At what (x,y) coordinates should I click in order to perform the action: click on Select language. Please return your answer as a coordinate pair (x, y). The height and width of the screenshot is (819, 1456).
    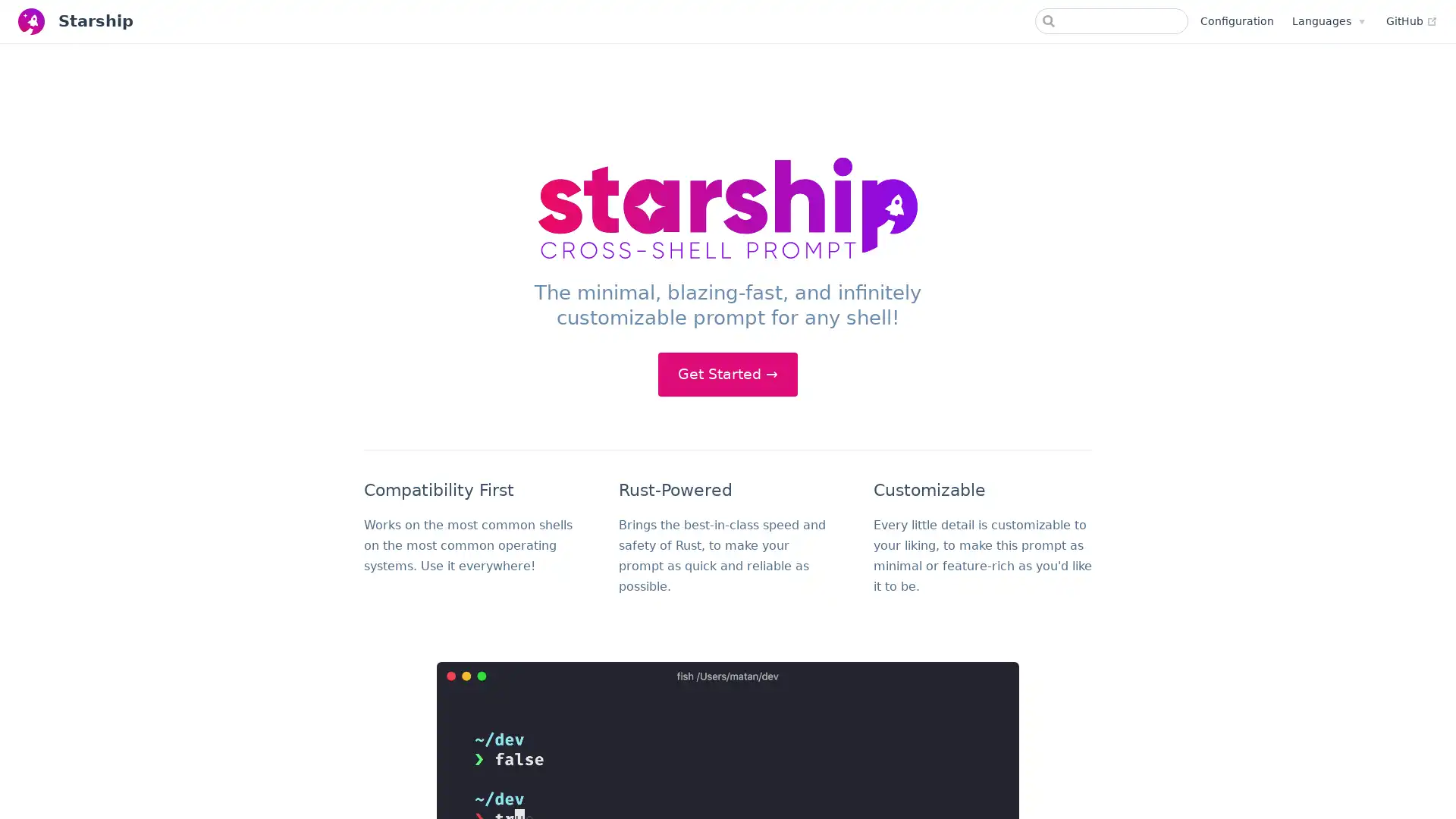
    Looking at the image, I should click on (1327, 20).